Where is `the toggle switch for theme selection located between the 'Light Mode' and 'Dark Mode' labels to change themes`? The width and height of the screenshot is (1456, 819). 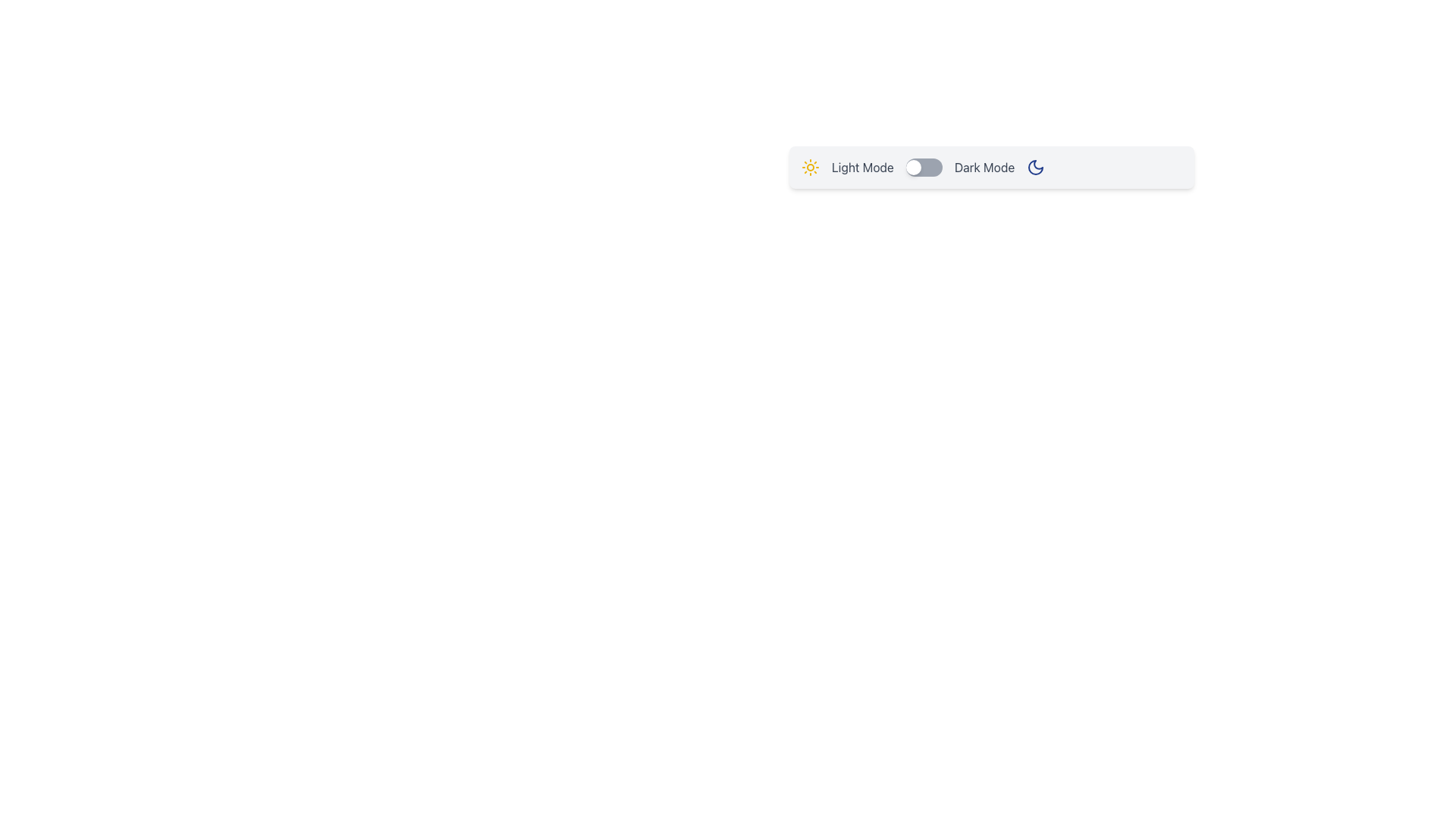 the toggle switch for theme selection located between the 'Light Mode' and 'Dark Mode' labels to change themes is located at coordinates (922, 167).